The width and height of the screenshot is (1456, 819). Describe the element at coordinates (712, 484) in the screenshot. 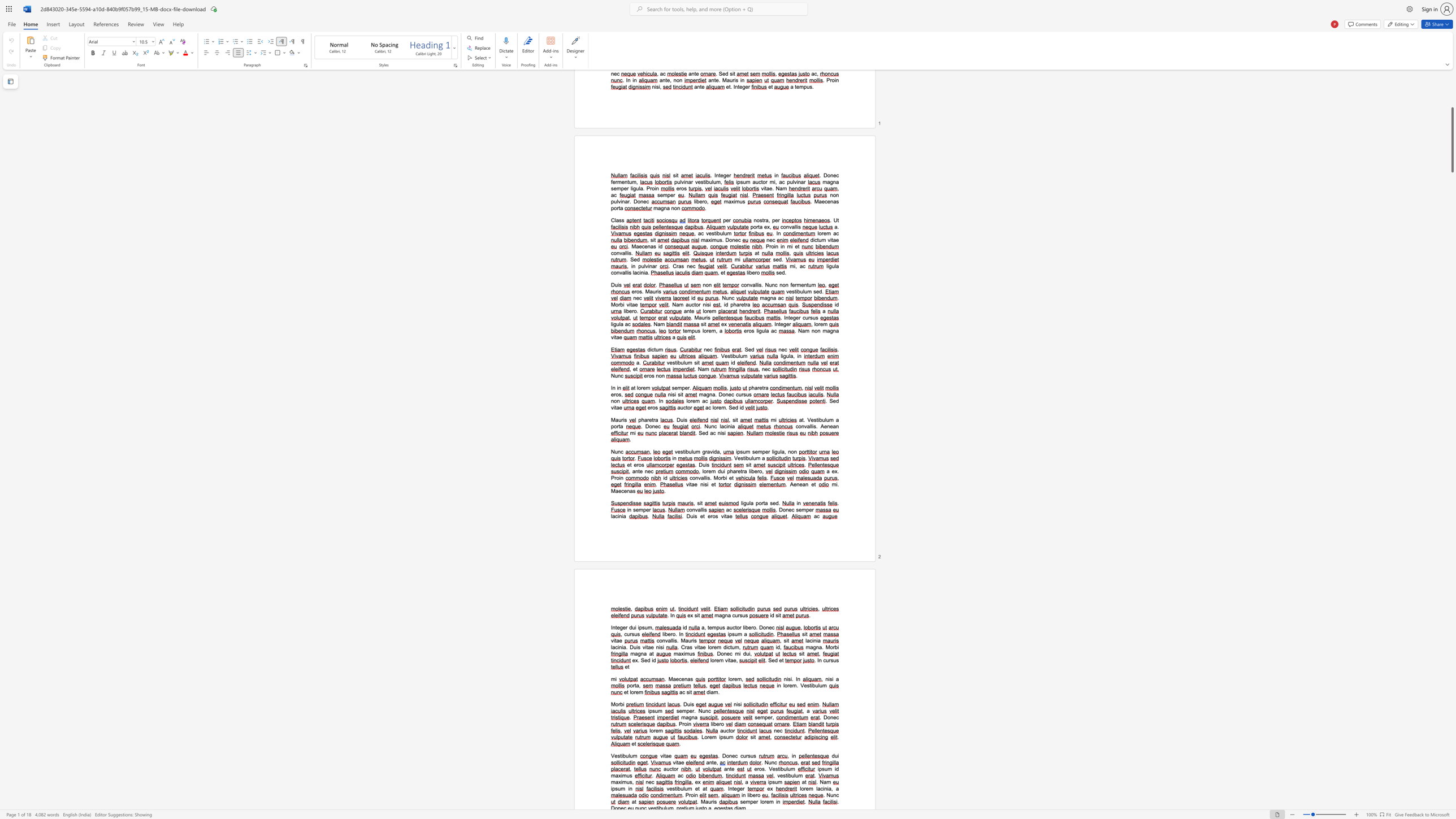

I see `the 2th character "e" in the text` at that location.